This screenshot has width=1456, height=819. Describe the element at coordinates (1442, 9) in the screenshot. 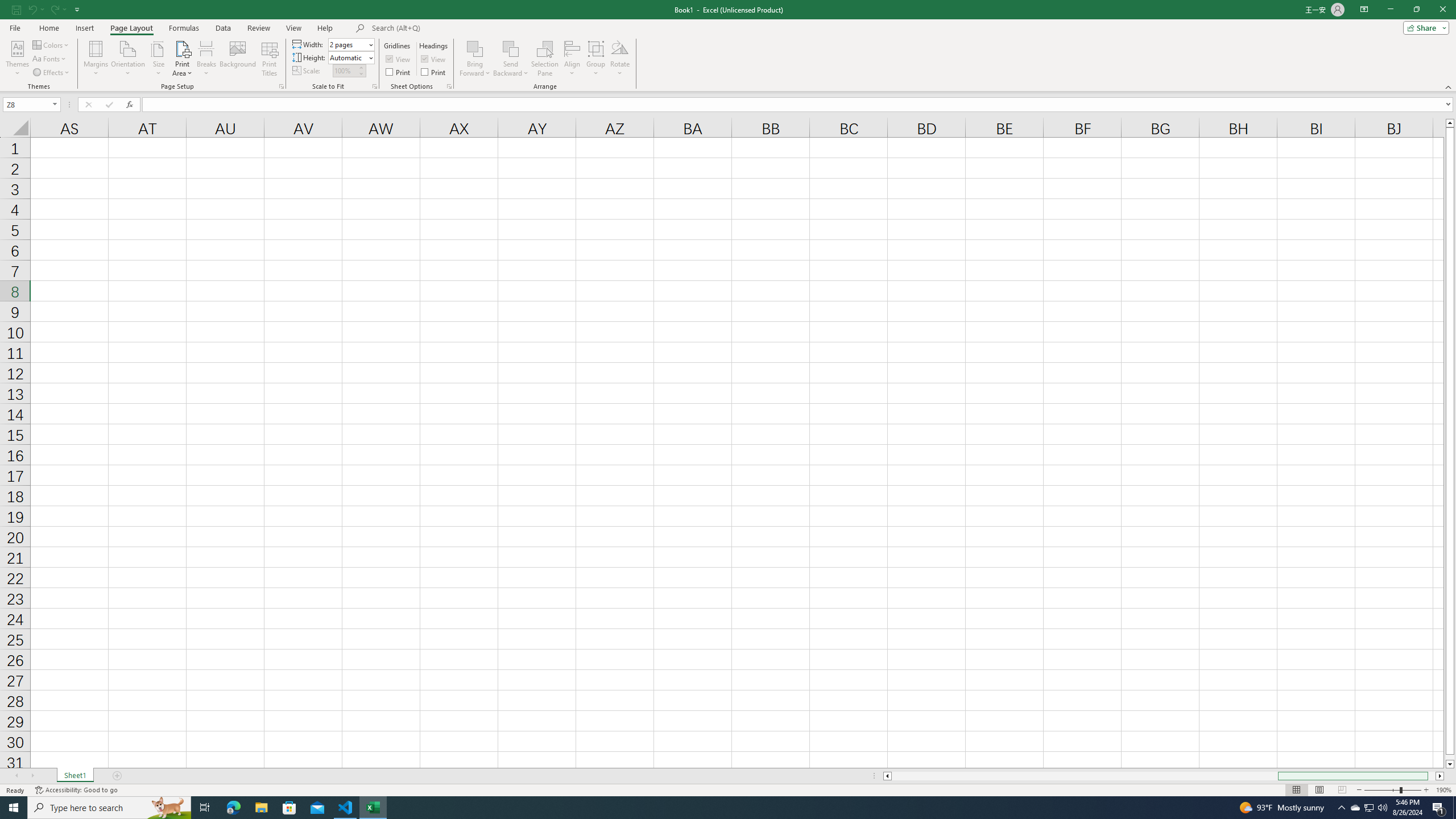

I see `'Close'` at that location.